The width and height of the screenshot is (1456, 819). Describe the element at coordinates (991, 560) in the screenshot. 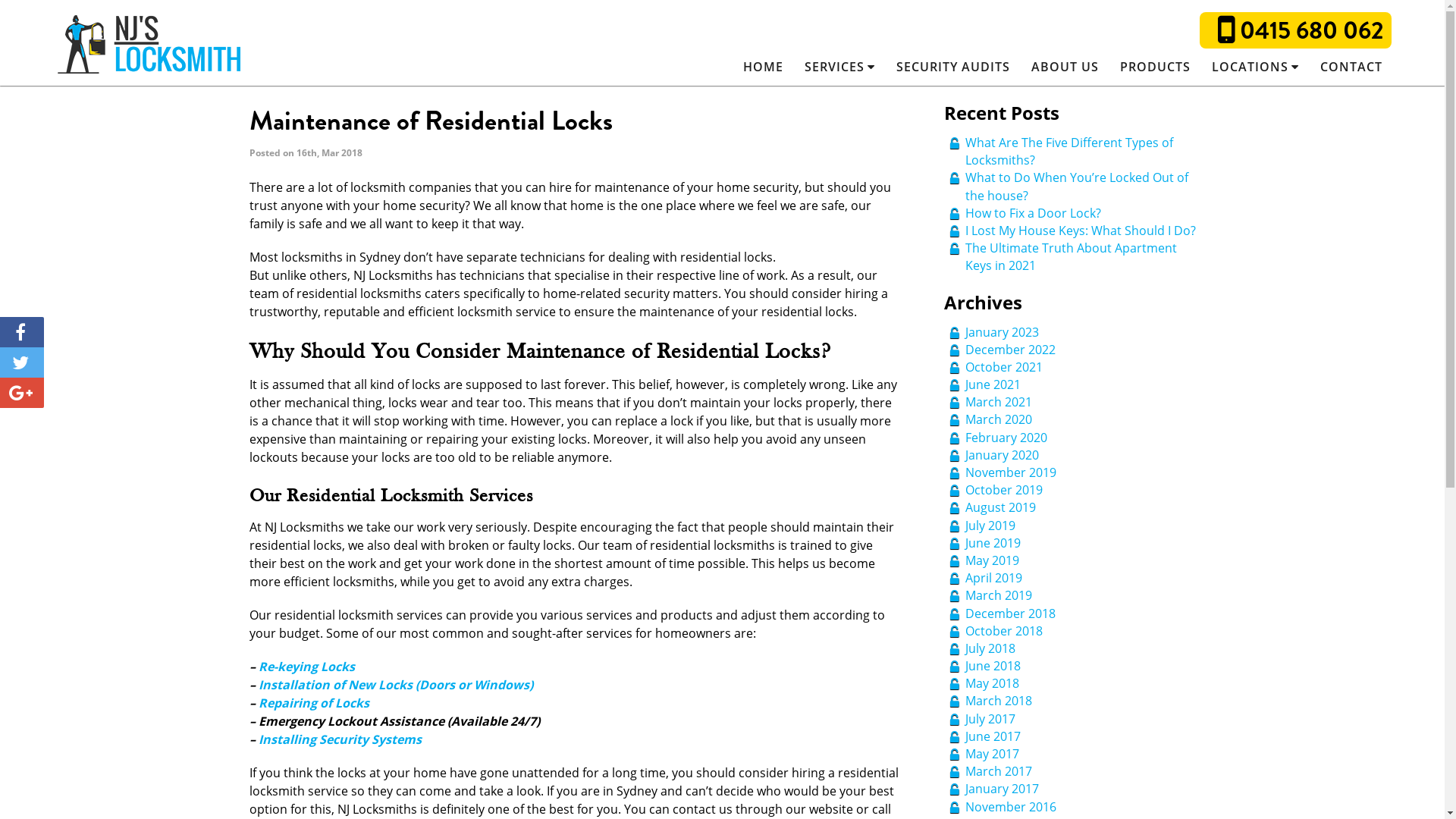

I see `'May 2019'` at that location.